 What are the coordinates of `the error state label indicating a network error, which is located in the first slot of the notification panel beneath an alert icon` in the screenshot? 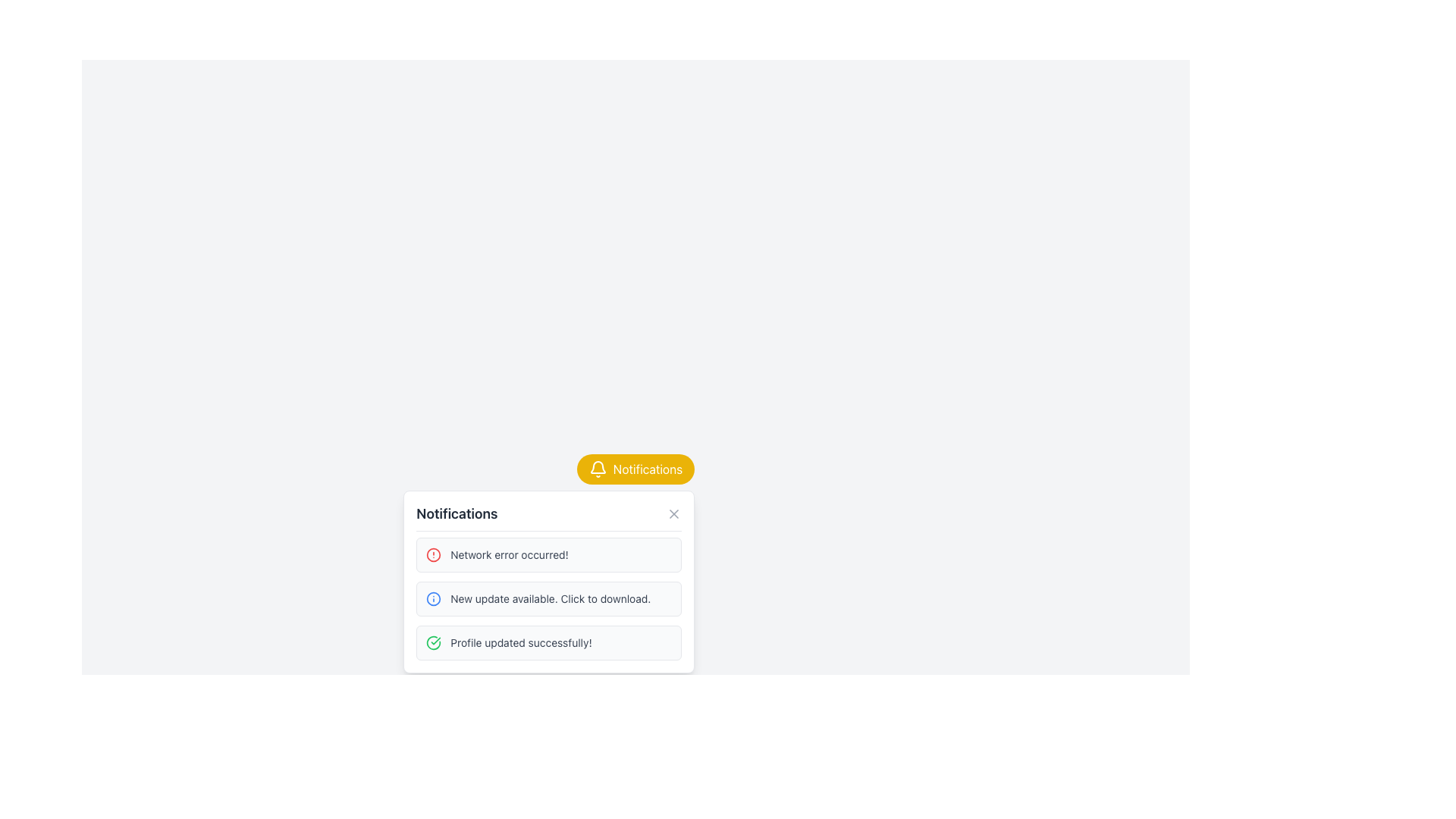 It's located at (510, 555).